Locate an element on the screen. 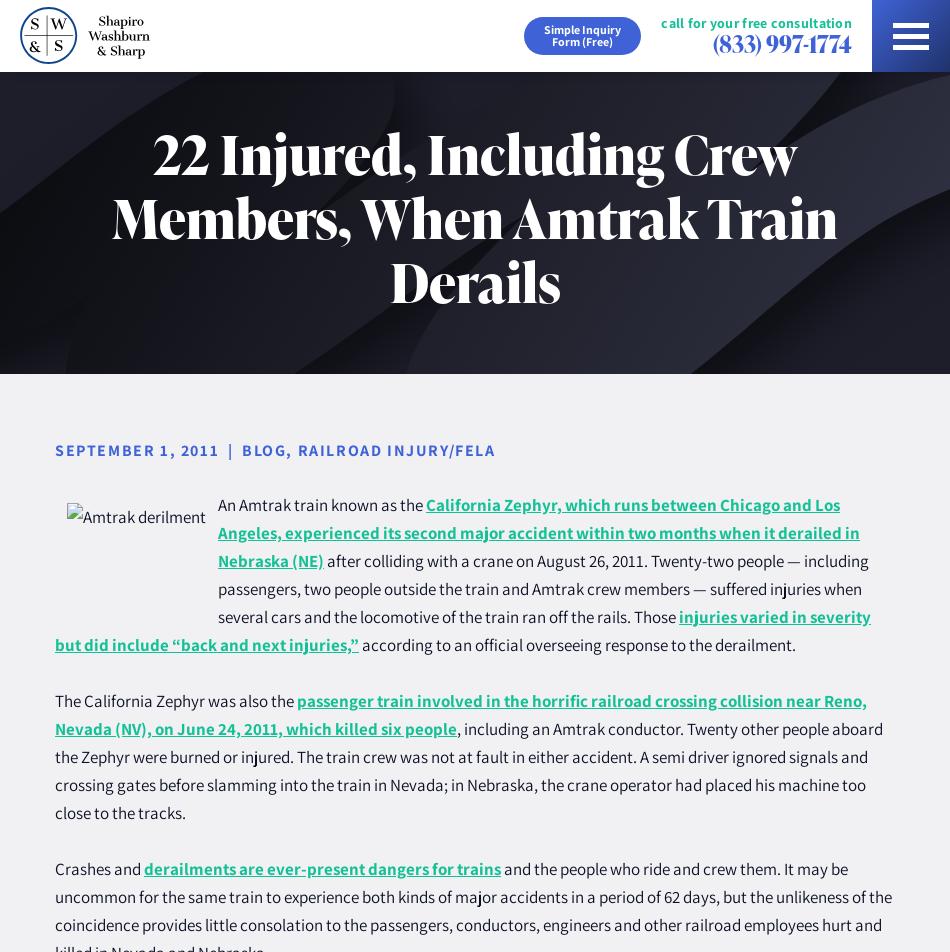 The width and height of the screenshot is (950, 952). 'passenger train involved in the horrific railroad crossing collision near Reno, Nevada (NV), on June 24, 2011, which killed six people' is located at coordinates (460, 715).